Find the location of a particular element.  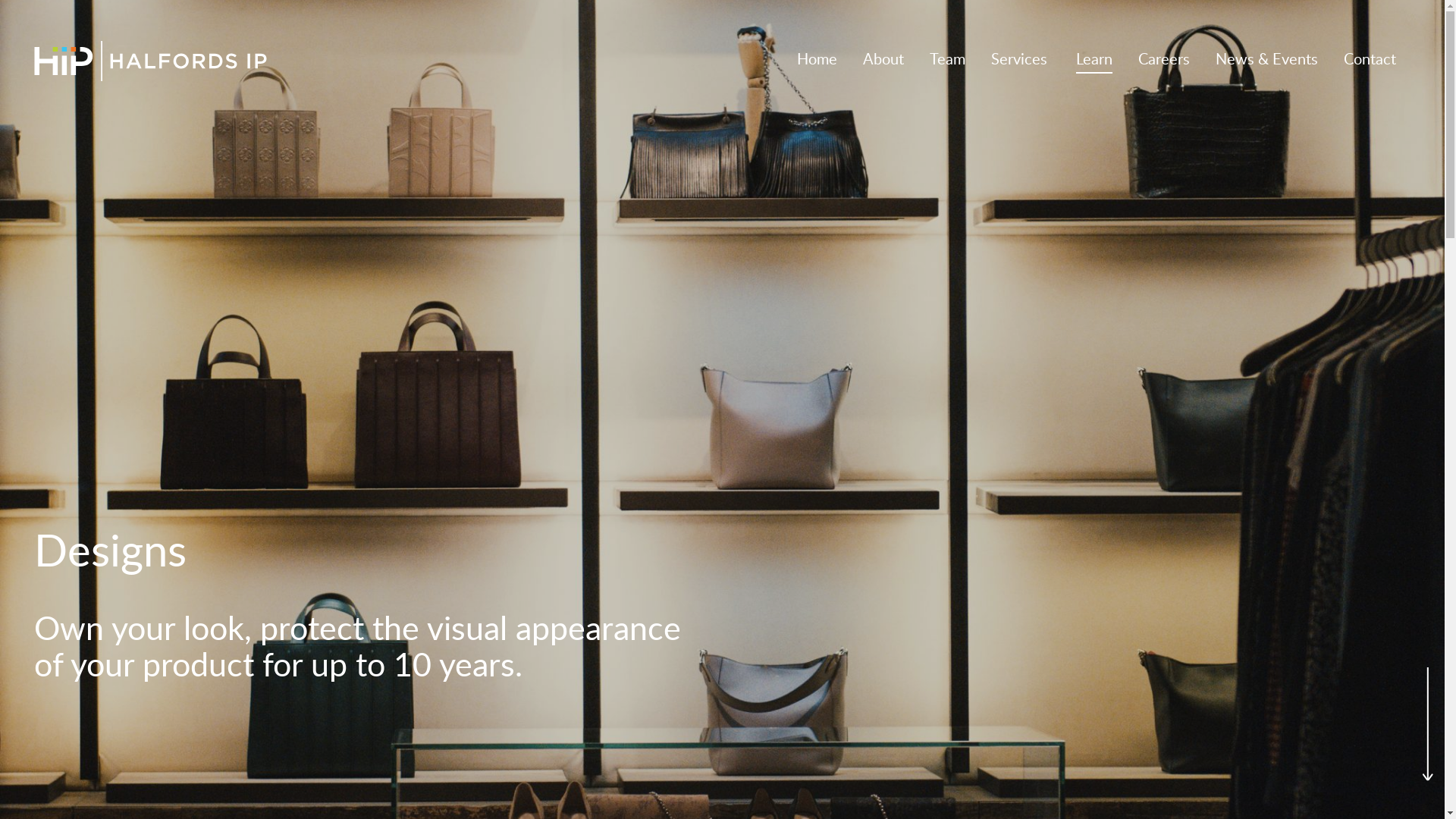

'Contact' is located at coordinates (1370, 60).